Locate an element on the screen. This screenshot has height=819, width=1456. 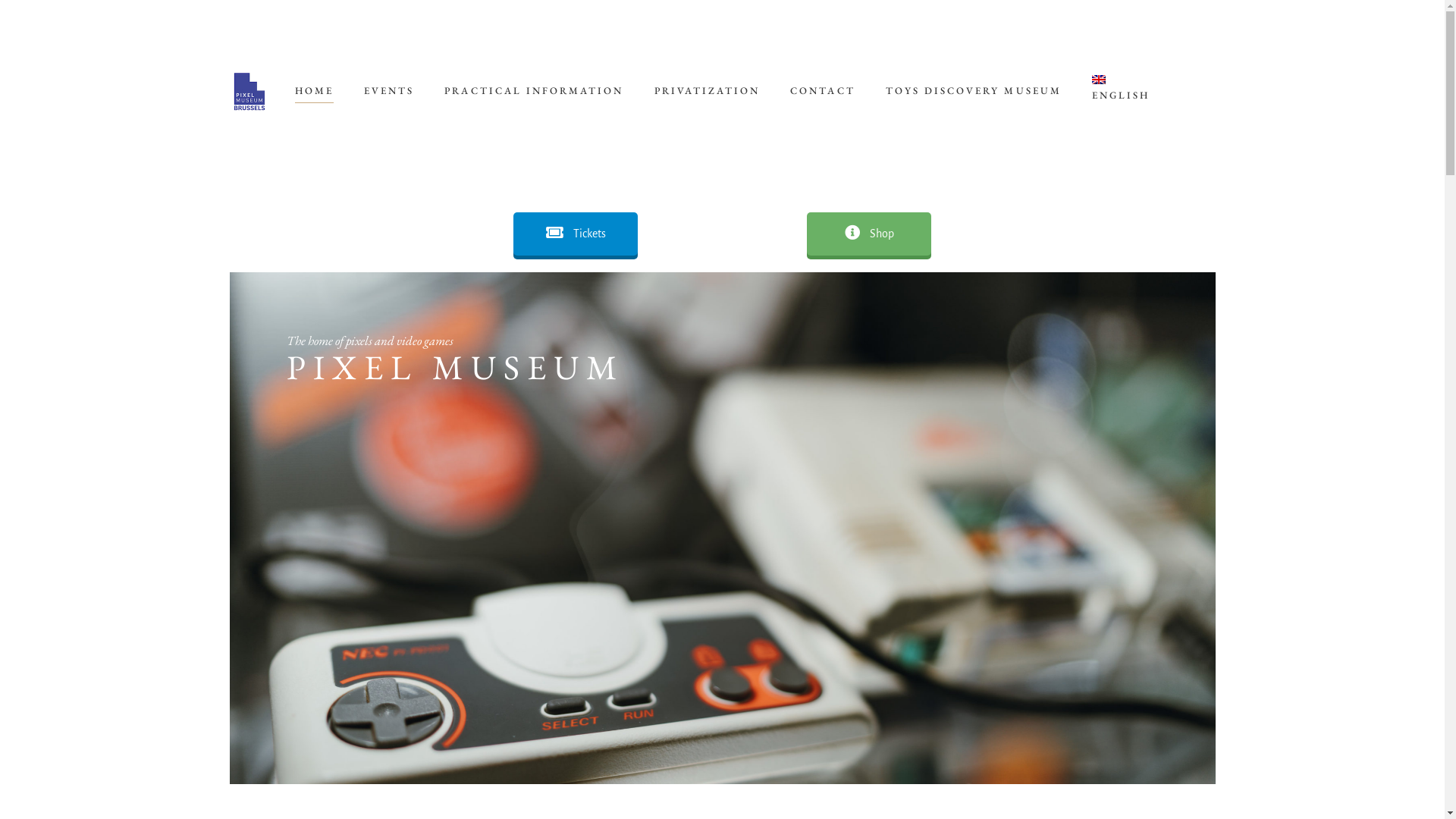
'Tickets' is located at coordinates (574, 234).